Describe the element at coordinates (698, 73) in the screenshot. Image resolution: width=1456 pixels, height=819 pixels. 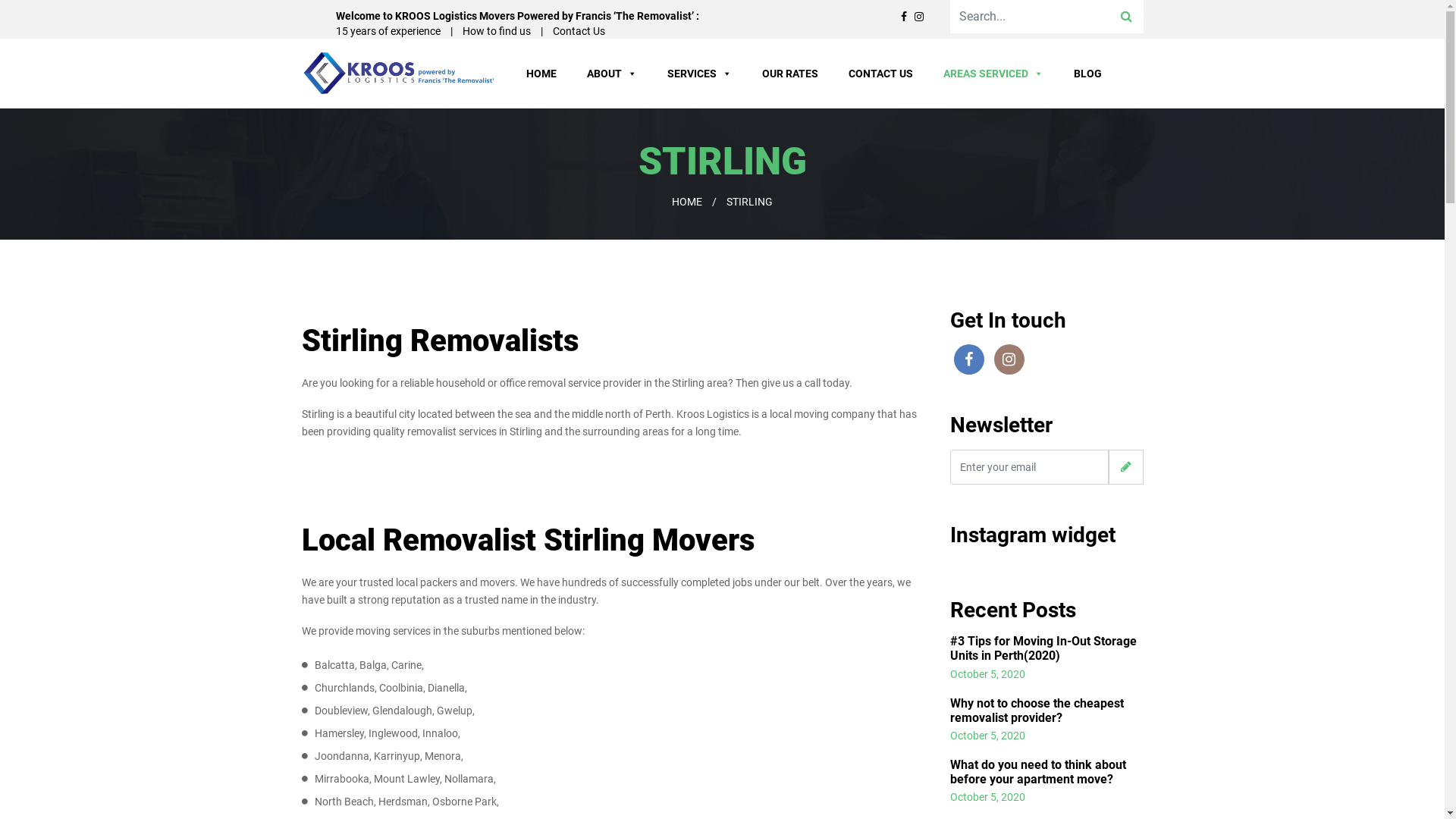
I see `'SERVICES'` at that location.